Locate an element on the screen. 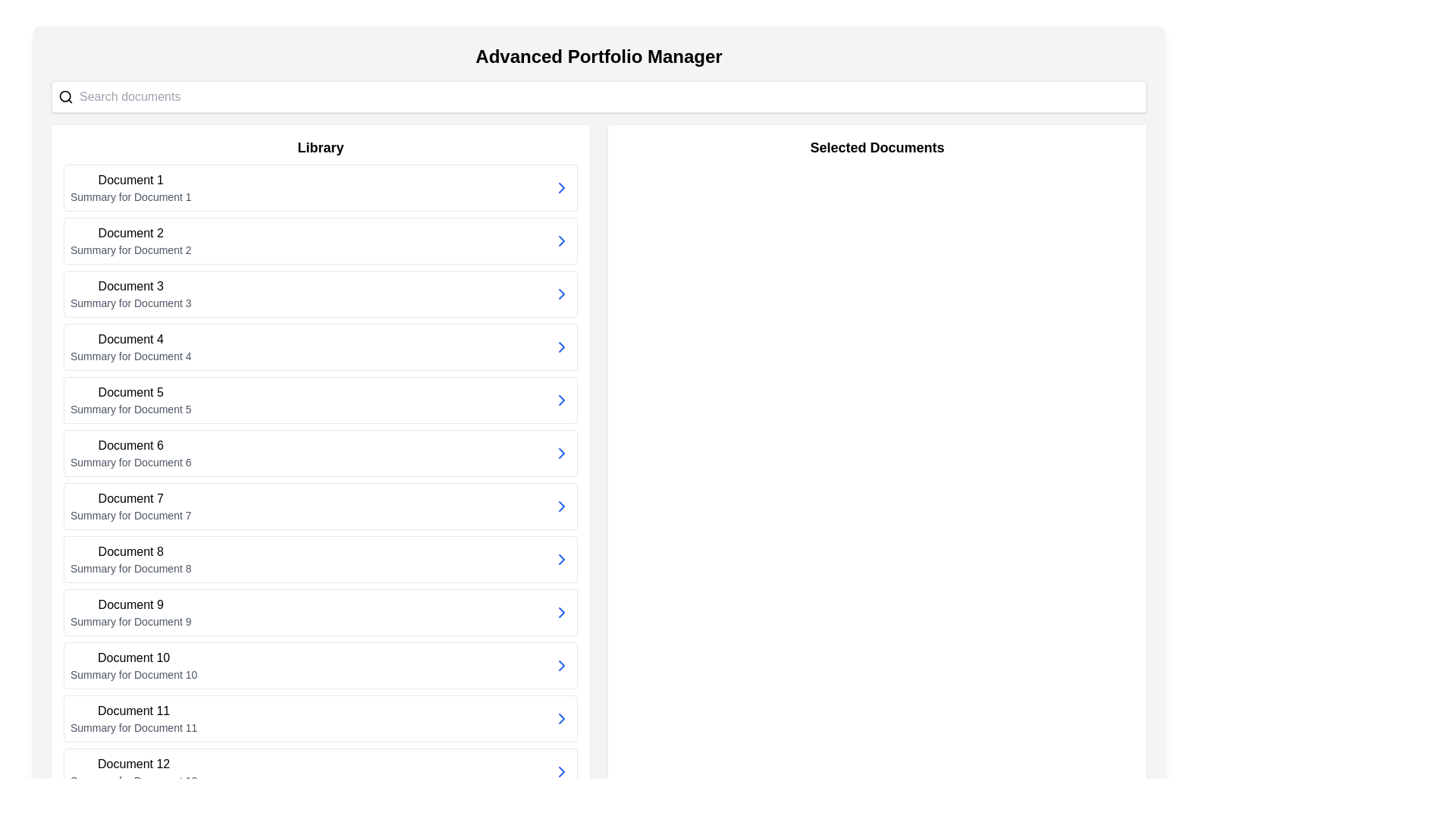  the right-facing blue chevron icon located within the interactive area of the first document entry in the 'Library' section is located at coordinates (560, 187).